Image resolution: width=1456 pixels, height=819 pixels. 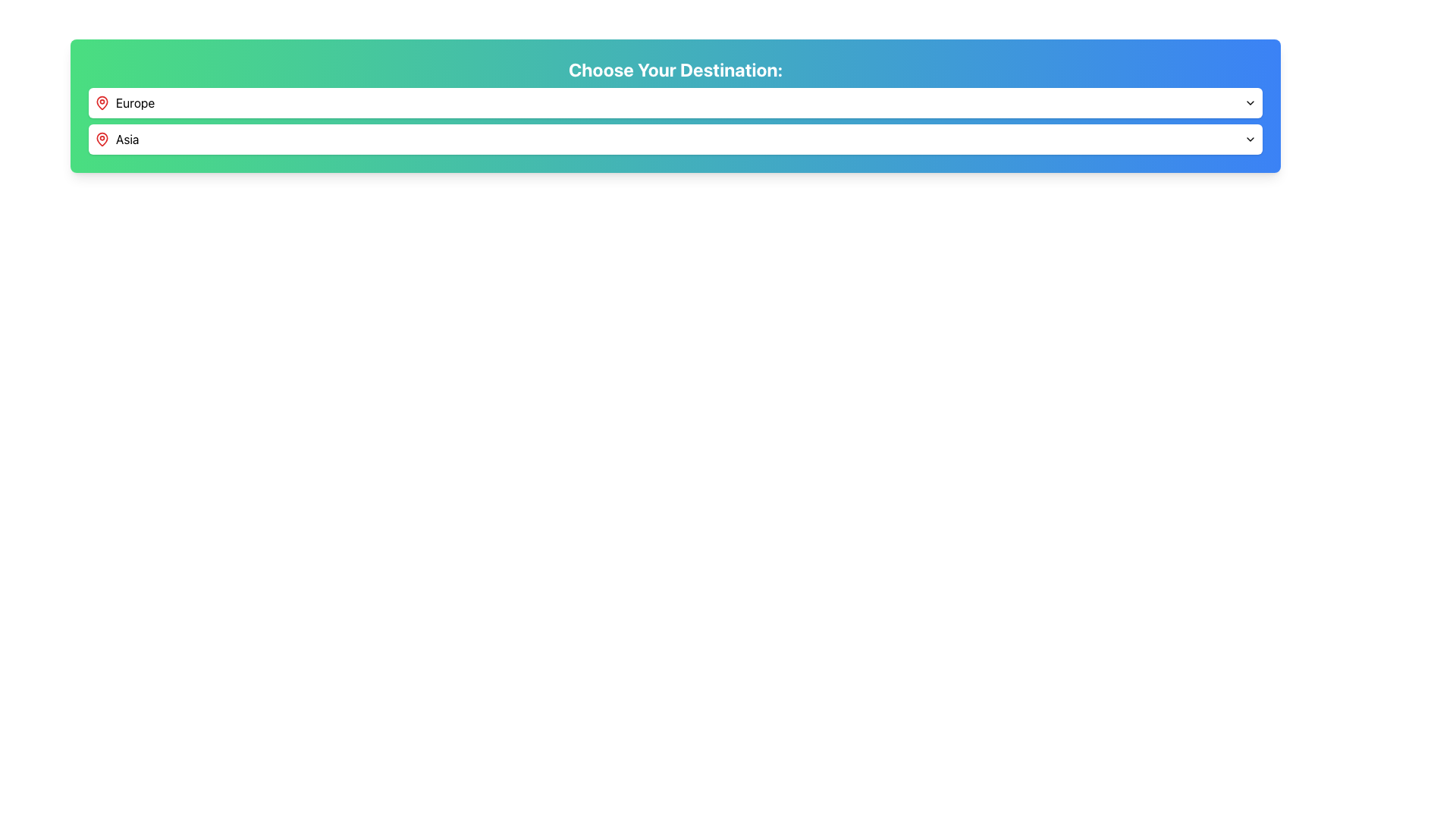 What do you see at coordinates (124, 102) in the screenshot?
I see `the selectable option for the continent 'Europe' in the destination selection interface` at bounding box center [124, 102].